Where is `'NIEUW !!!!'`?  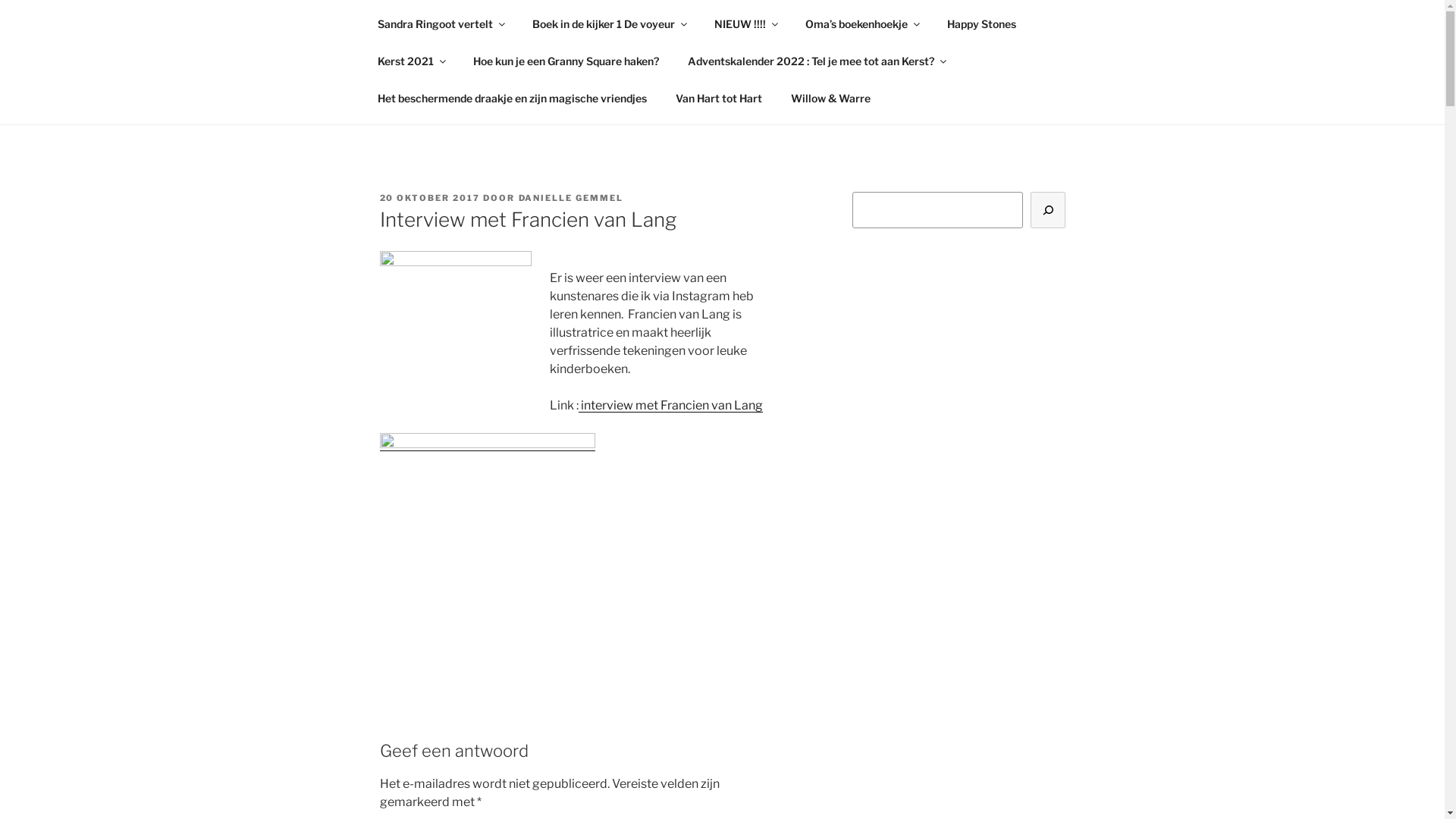
'NIEUW !!!!' is located at coordinates (700, 23).